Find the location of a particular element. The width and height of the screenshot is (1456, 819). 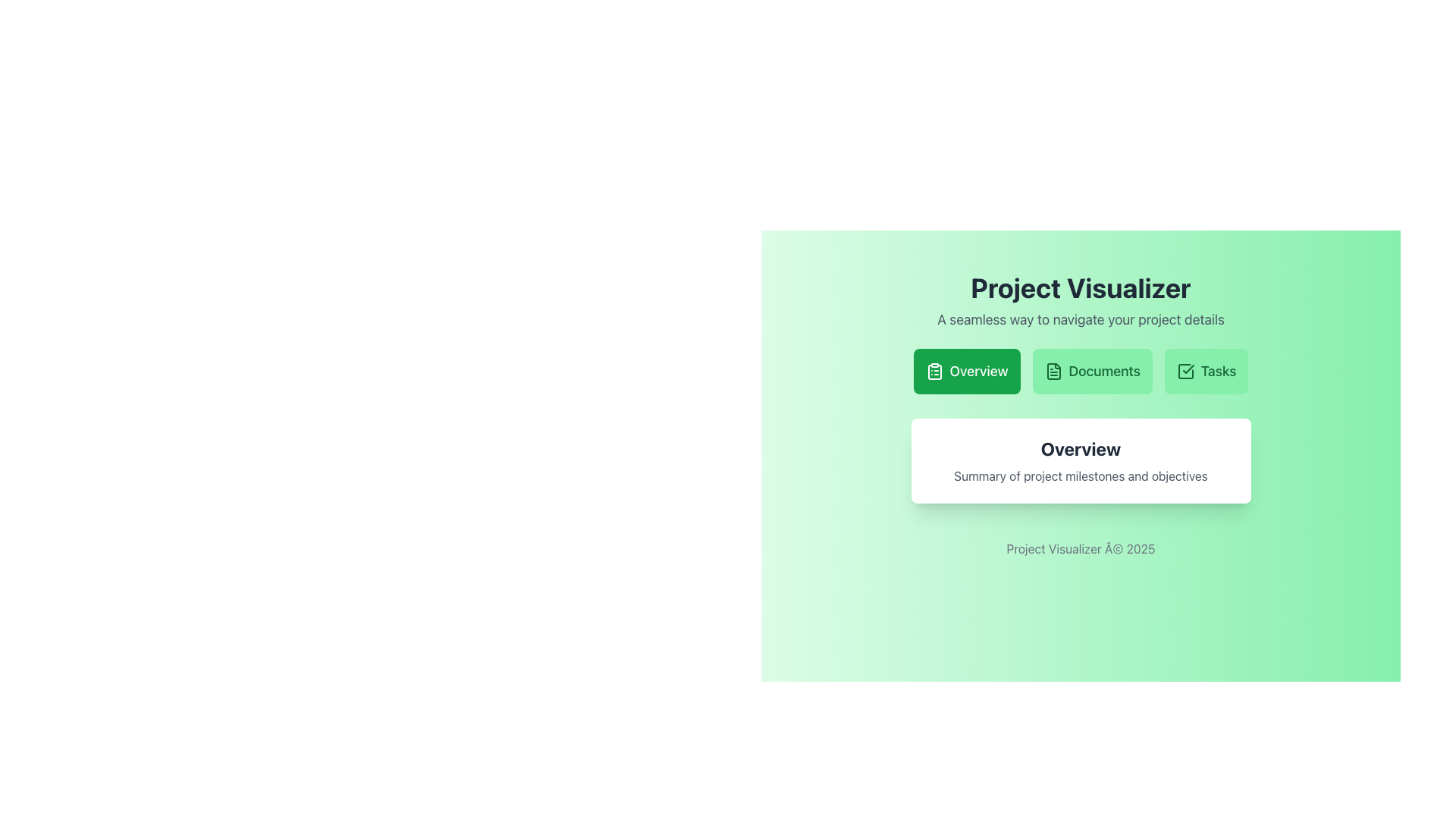

the header text 'Project Visualizer', which is prominently displayed in bold font on a green gradient background is located at coordinates (1080, 288).